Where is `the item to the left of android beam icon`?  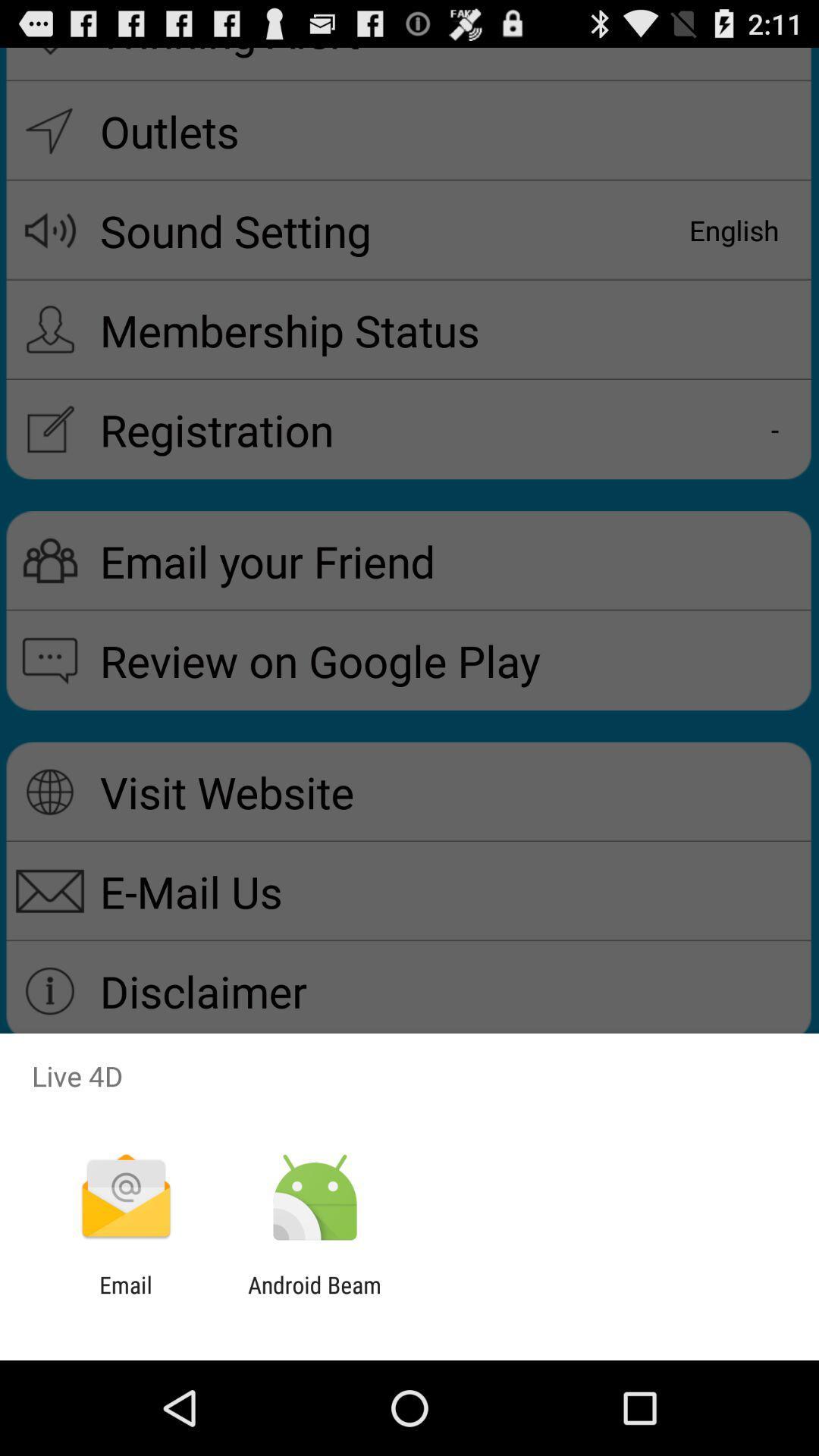
the item to the left of android beam icon is located at coordinates (125, 1298).